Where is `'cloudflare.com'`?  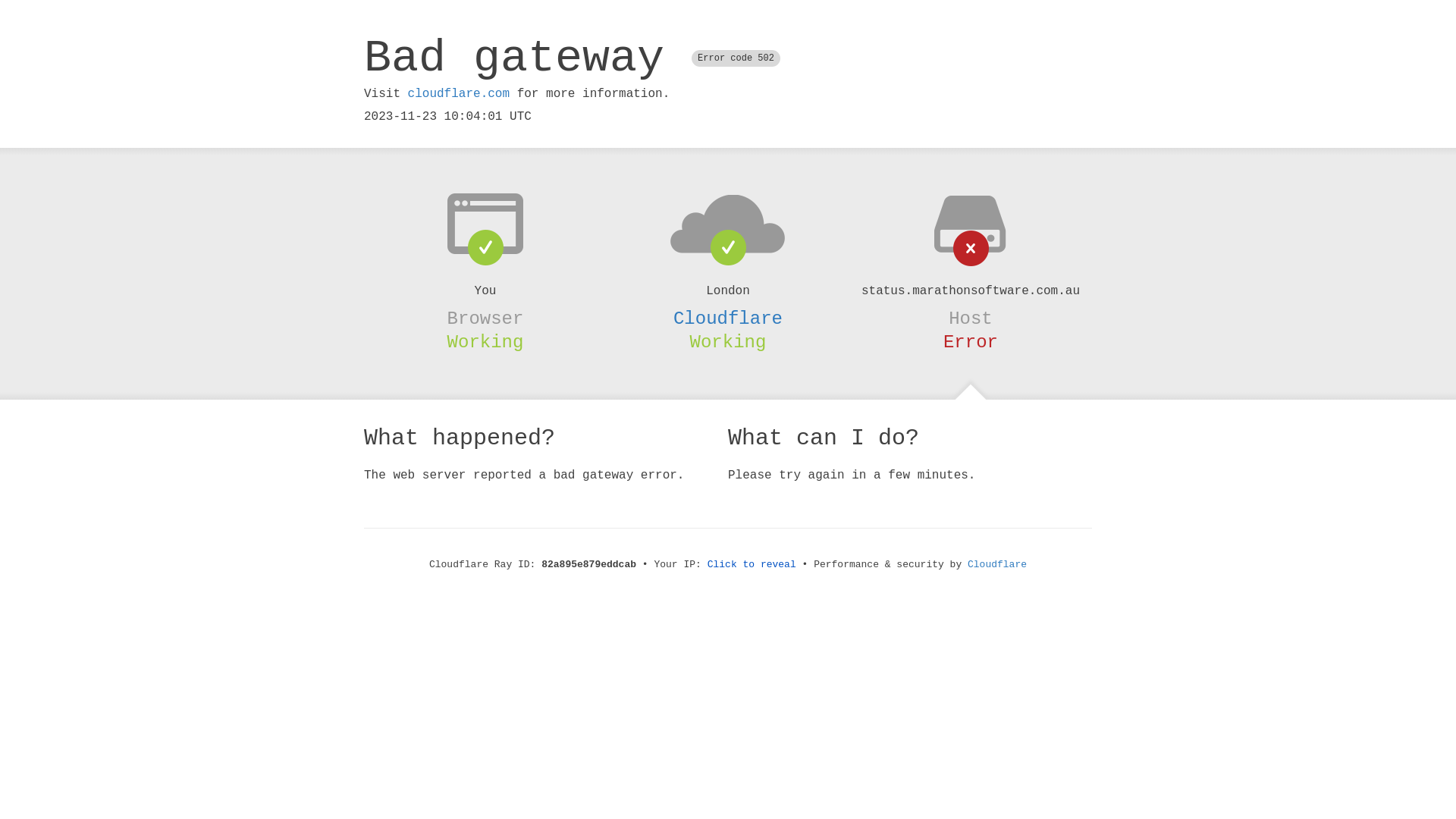 'cloudflare.com' is located at coordinates (457, 93).